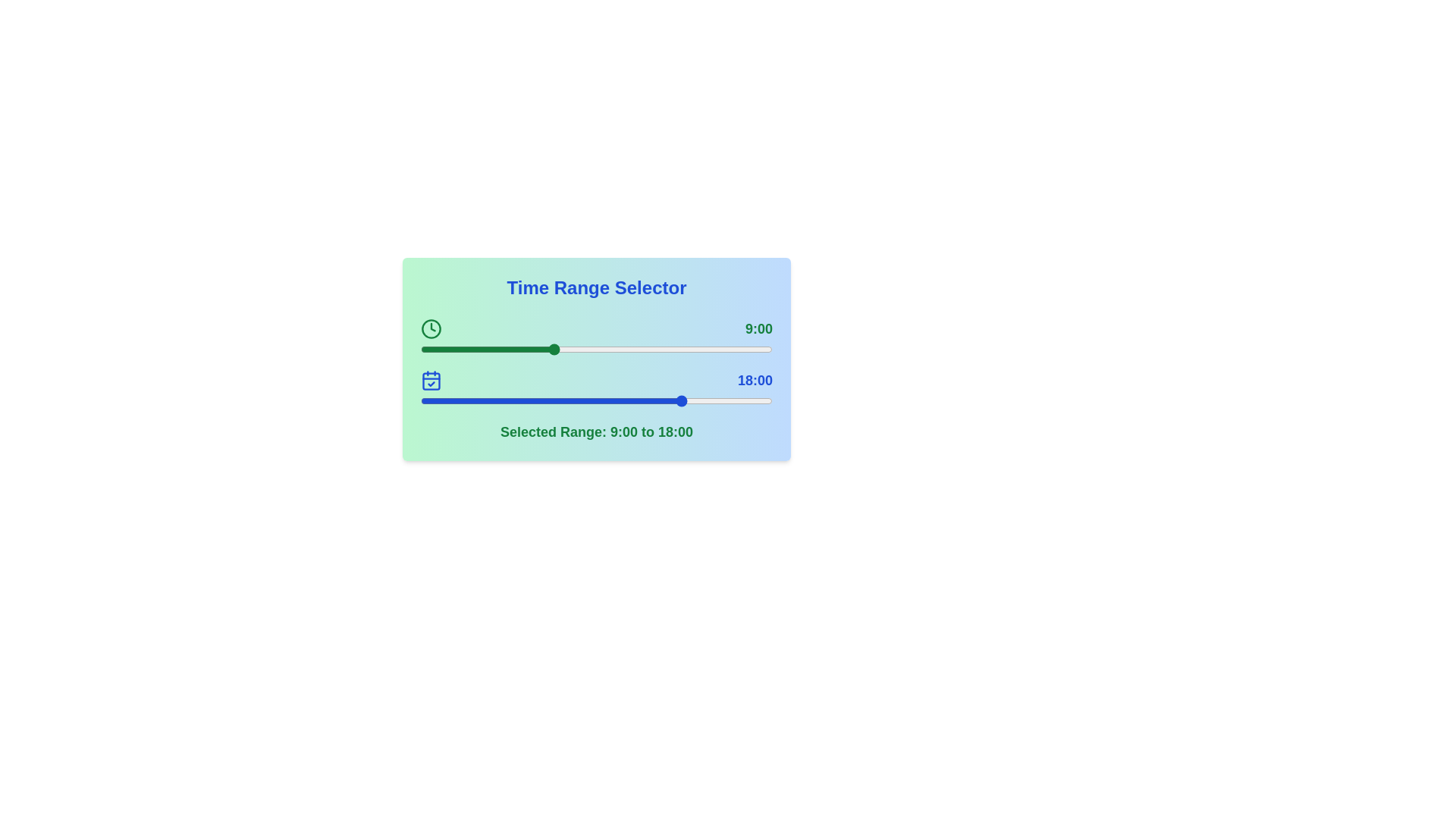 The image size is (1456, 819). I want to click on time range, so click(640, 400).